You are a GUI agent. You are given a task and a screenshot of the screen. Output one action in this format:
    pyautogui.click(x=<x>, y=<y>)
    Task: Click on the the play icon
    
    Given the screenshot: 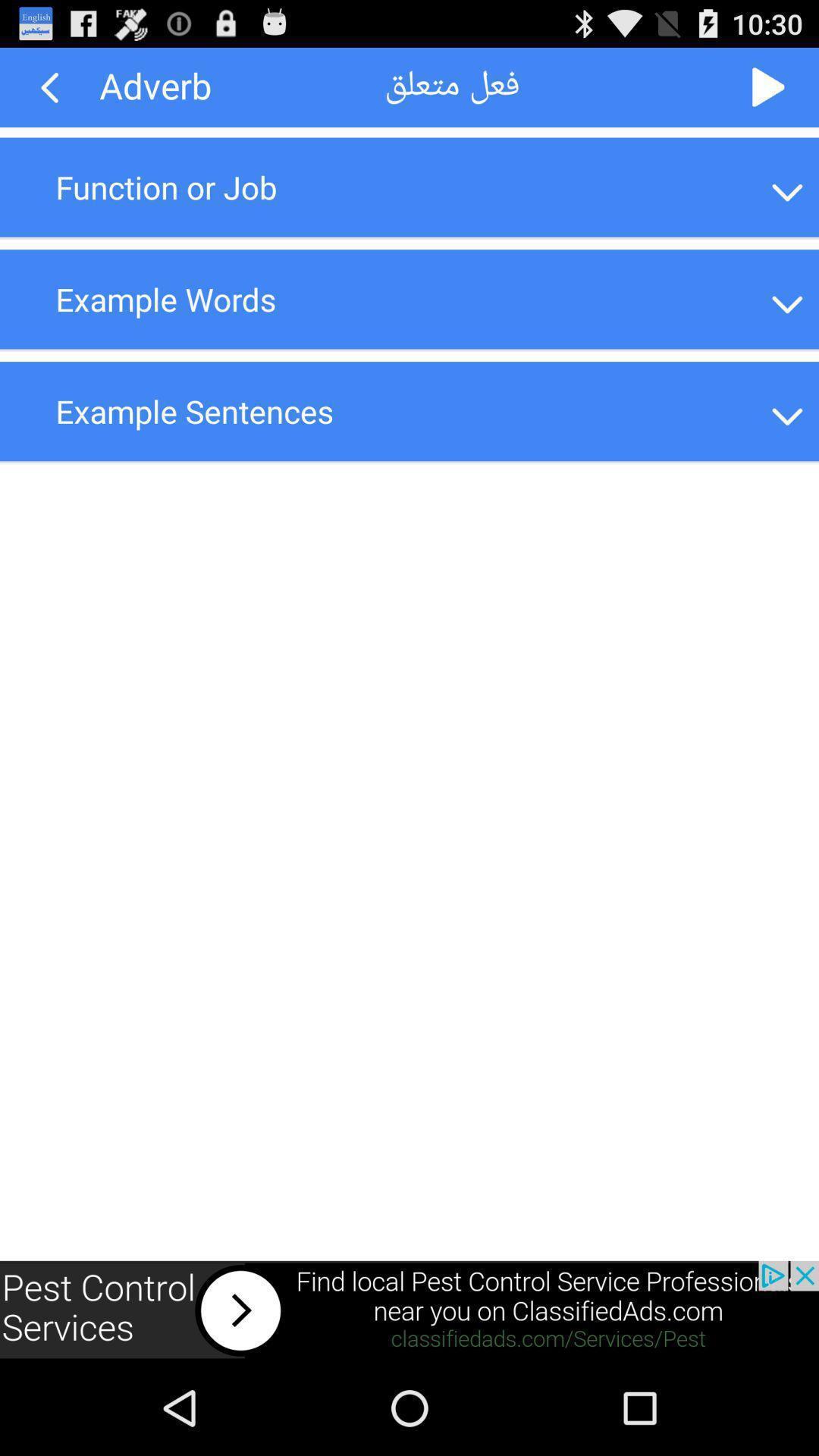 What is the action you would take?
    pyautogui.click(x=769, y=93)
    